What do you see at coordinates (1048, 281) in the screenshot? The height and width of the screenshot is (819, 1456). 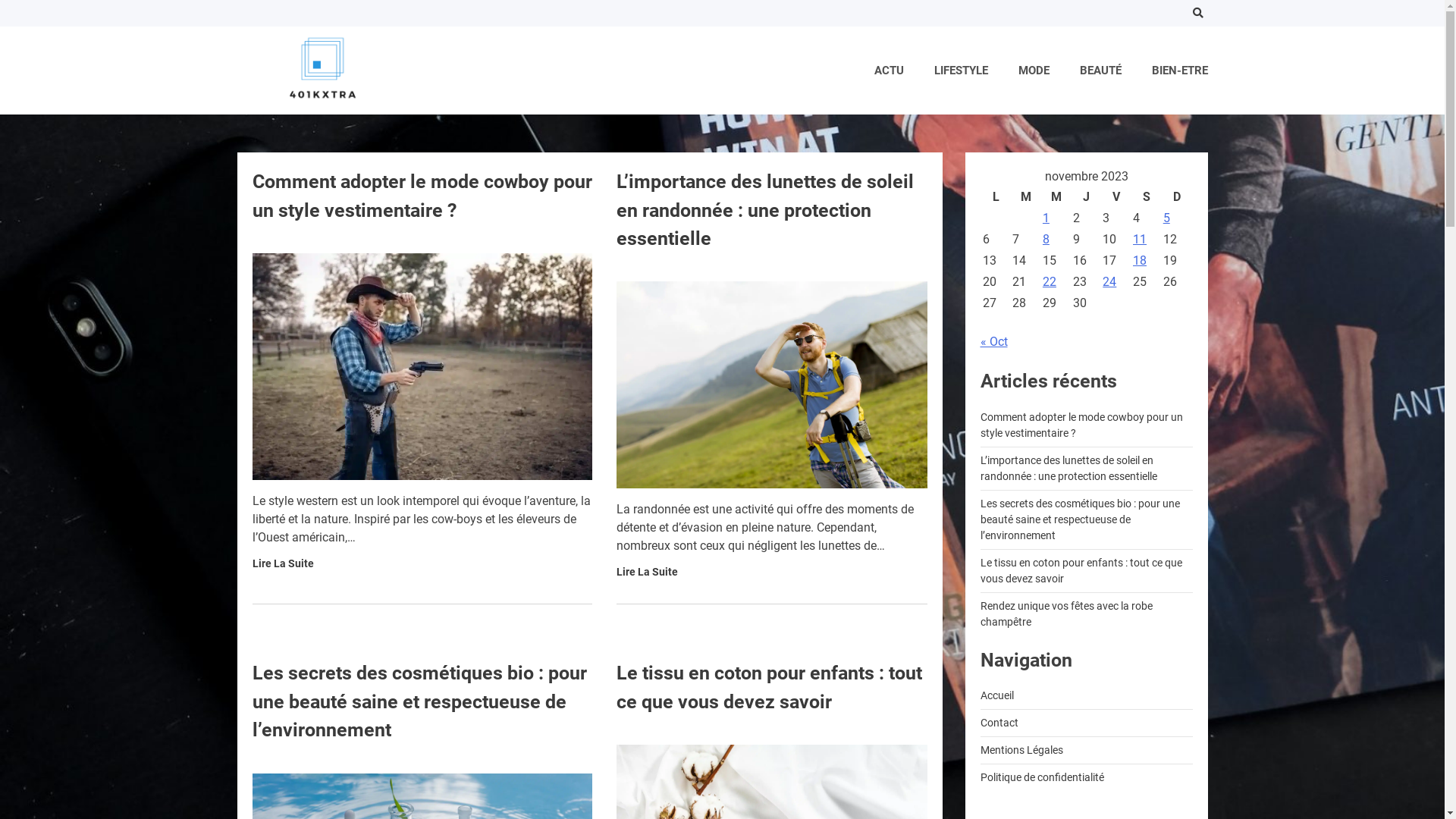 I see `'22'` at bounding box center [1048, 281].